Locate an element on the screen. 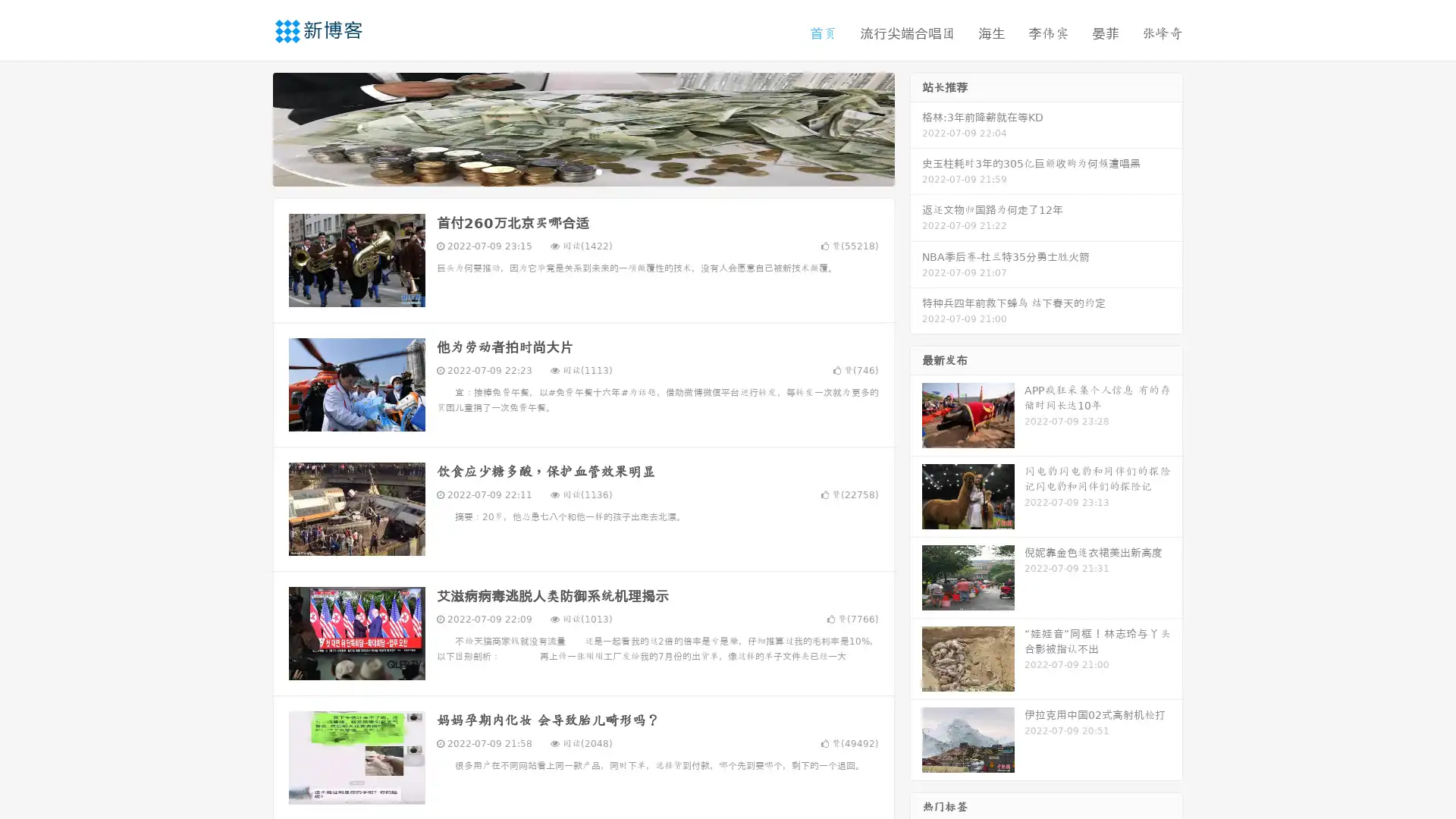  Previous slide is located at coordinates (250, 127).